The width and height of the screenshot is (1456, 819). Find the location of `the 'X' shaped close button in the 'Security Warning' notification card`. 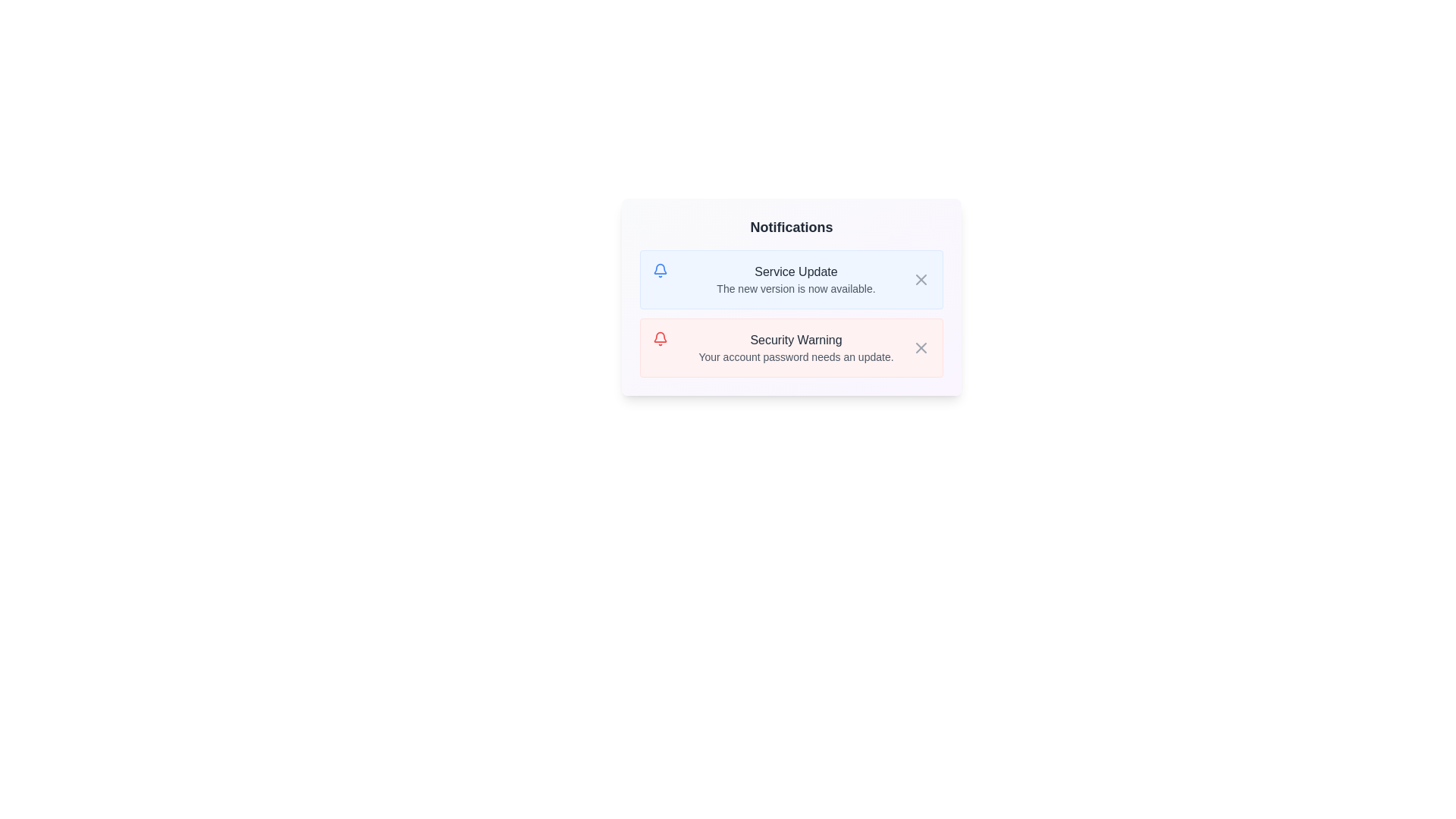

the 'X' shaped close button in the 'Security Warning' notification card is located at coordinates (920, 348).